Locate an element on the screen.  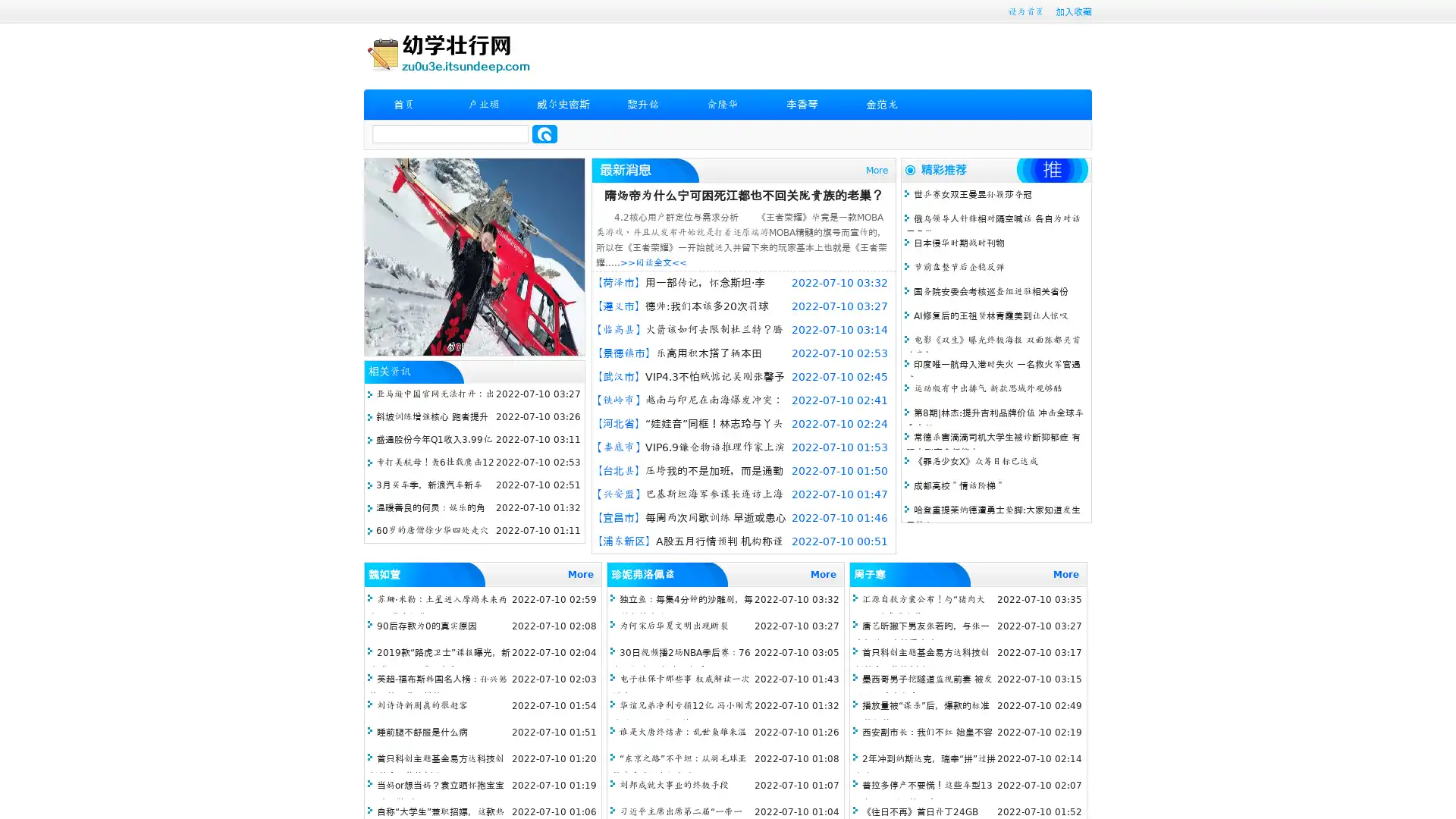
Search is located at coordinates (544, 133).